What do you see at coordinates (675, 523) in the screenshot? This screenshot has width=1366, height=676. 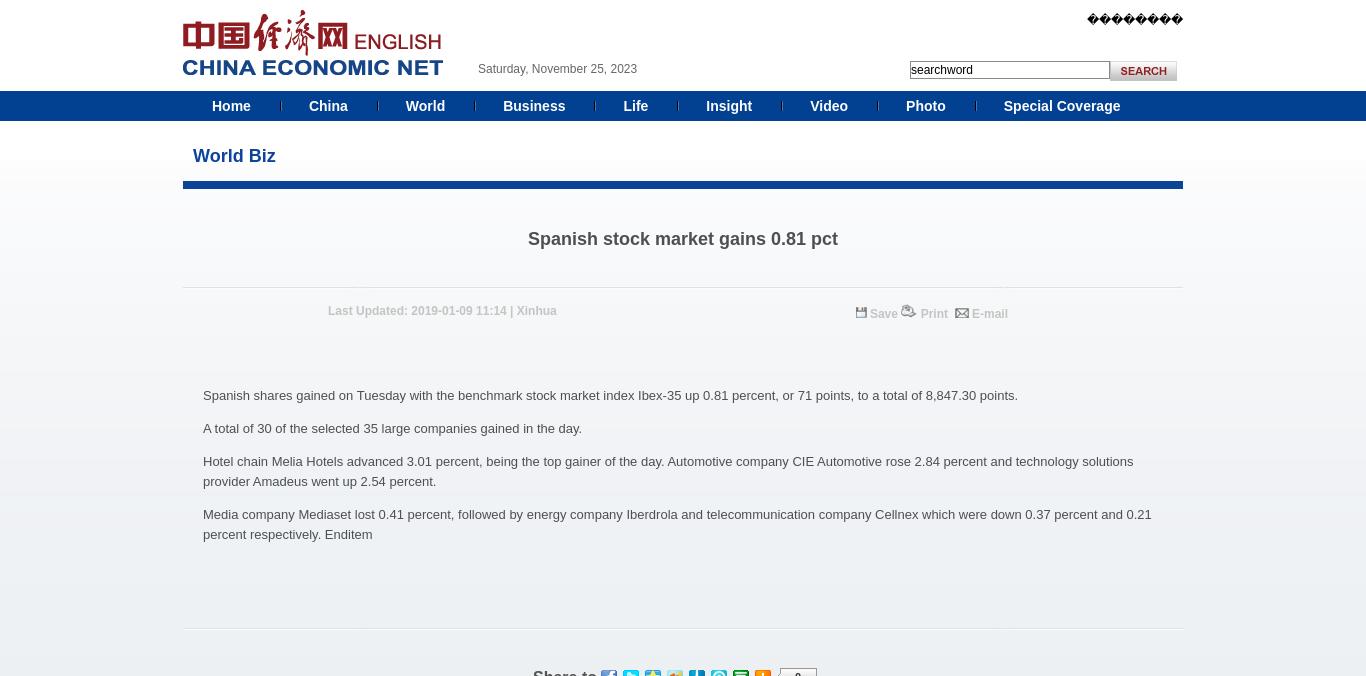 I see `'Media company Mediaset lost 0.41 percent, followed by energy company Iberdrola and telecommunication company Cellnex which were down 0.37 percent and 0.21 percent respectively. Enditem'` at bounding box center [675, 523].